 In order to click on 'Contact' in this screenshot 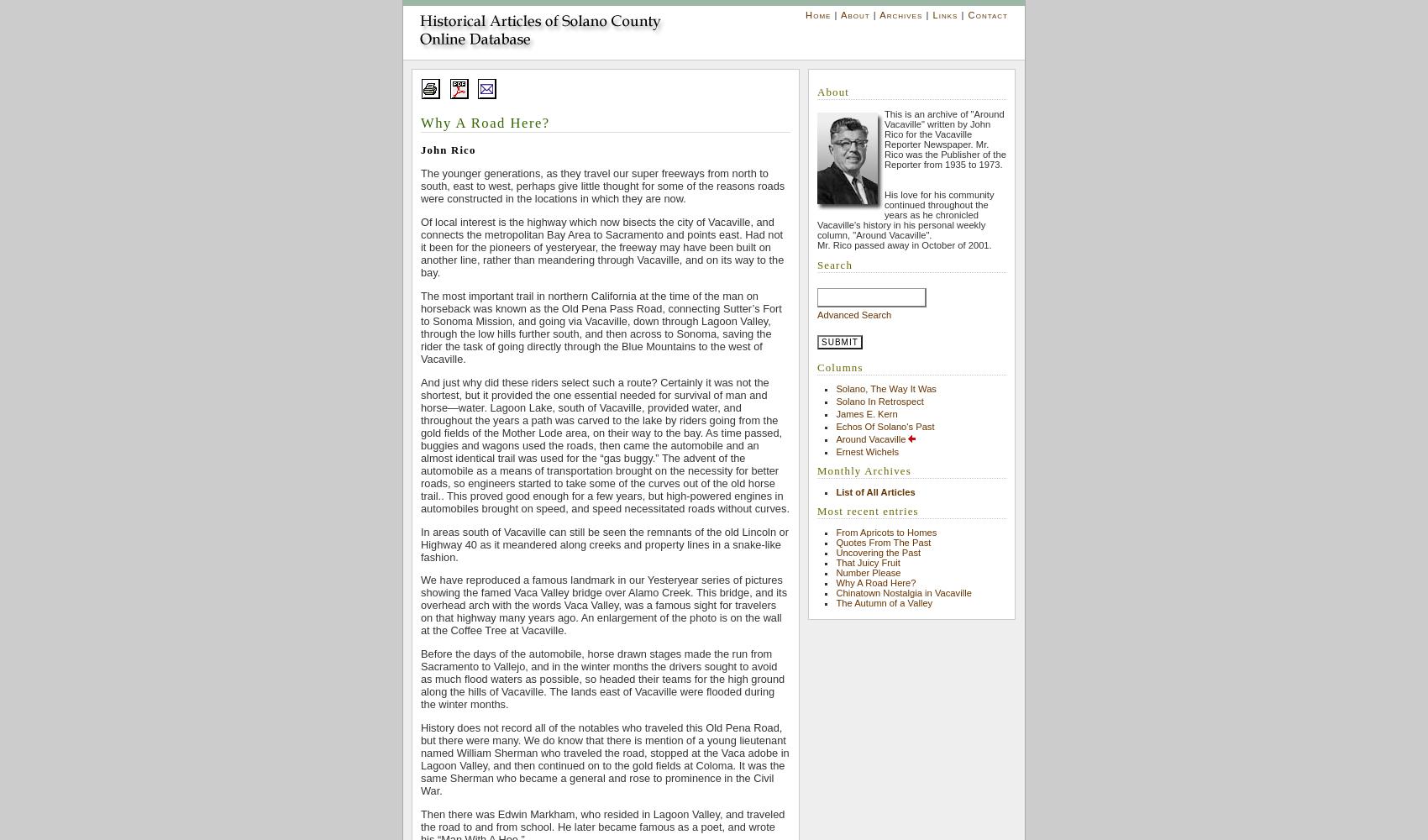, I will do `click(967, 15)`.